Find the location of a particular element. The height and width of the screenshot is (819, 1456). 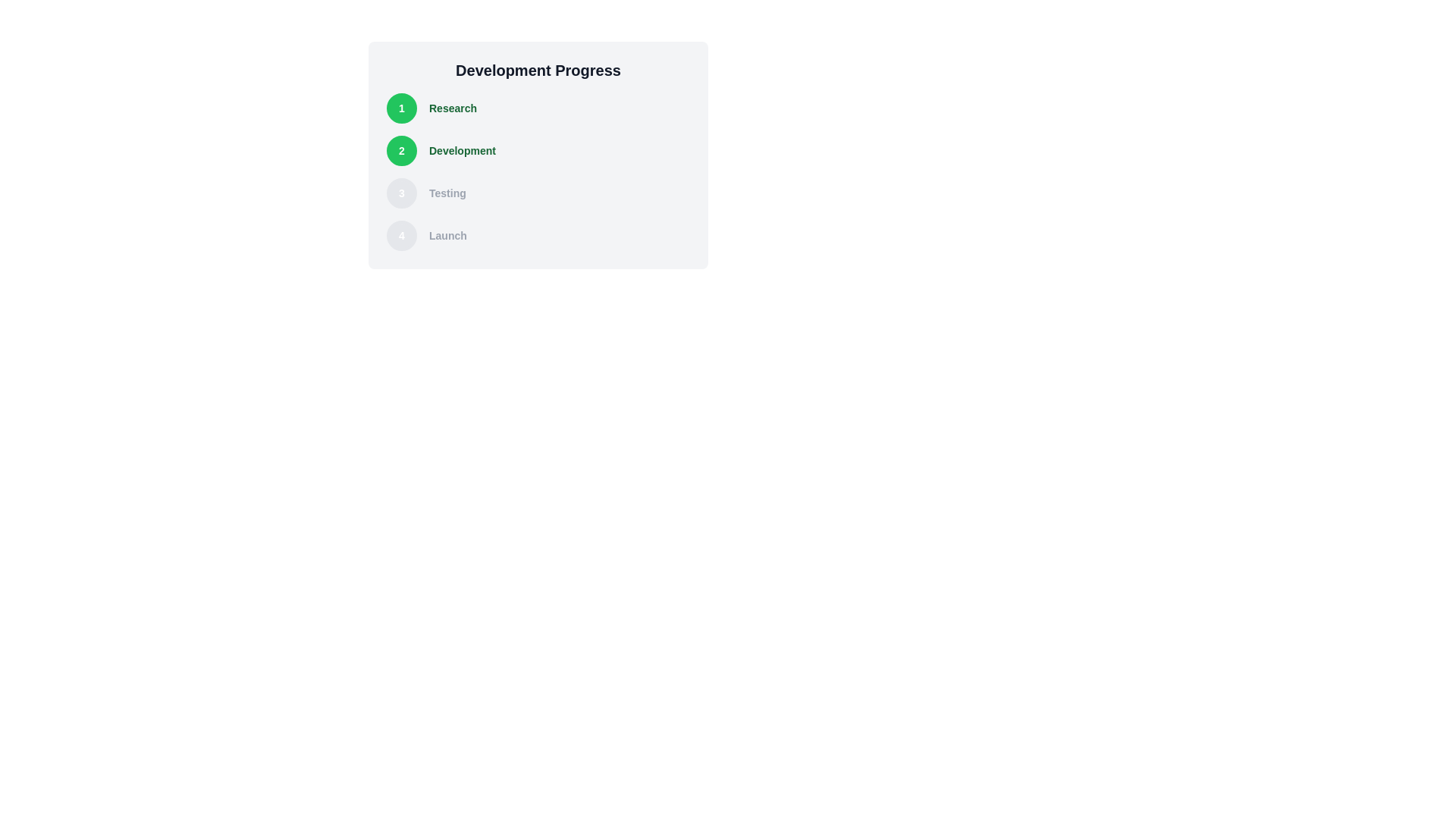

the circular green icon with a white border featuring the number '1', which indicates an active status and is located at the beginning of the progress indicator list, aligned below the heading 'Development Progress' is located at coordinates (401, 107).